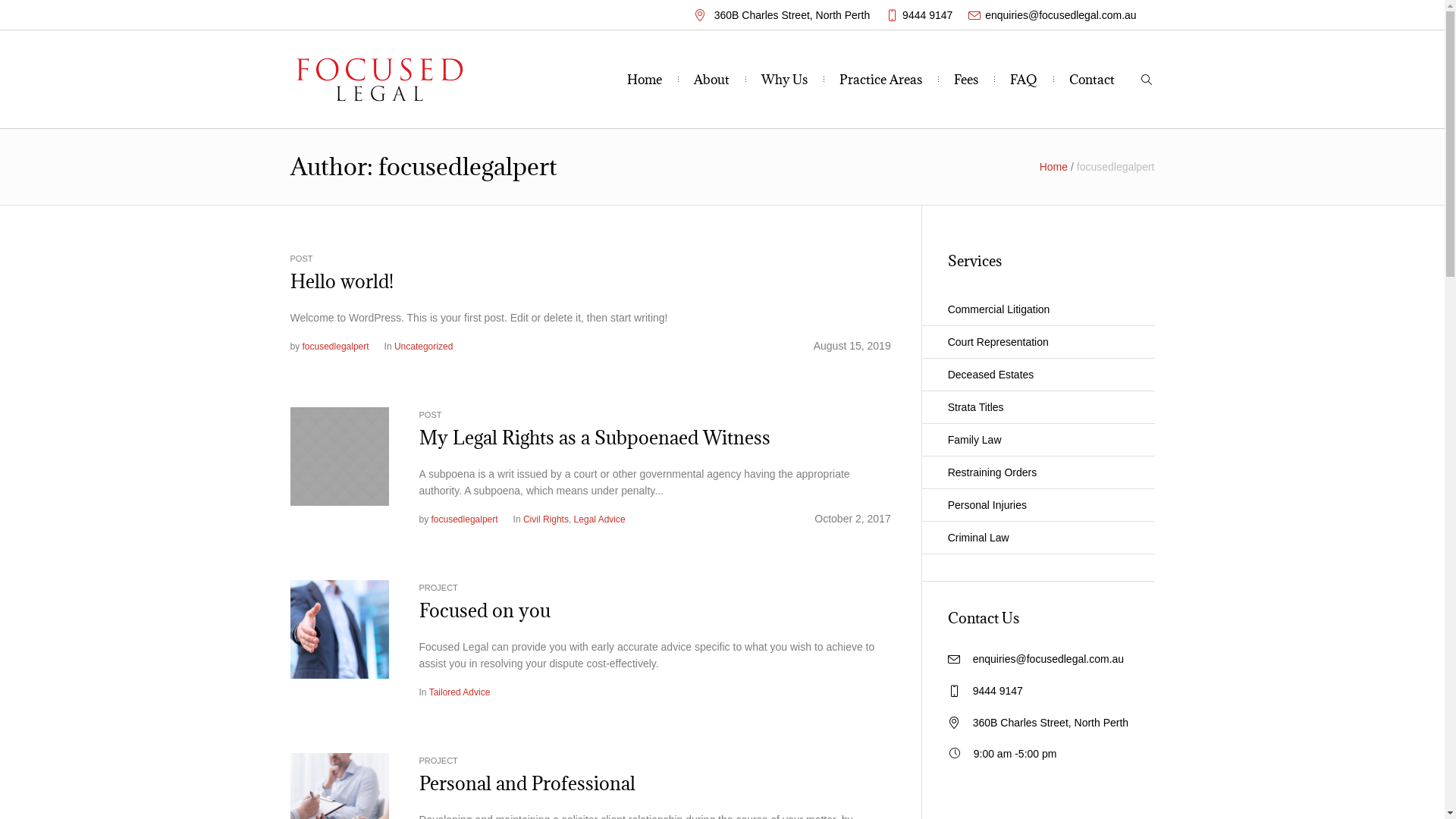 The width and height of the screenshot is (1456, 819). Describe the element at coordinates (711, 79) in the screenshot. I see `'About'` at that location.